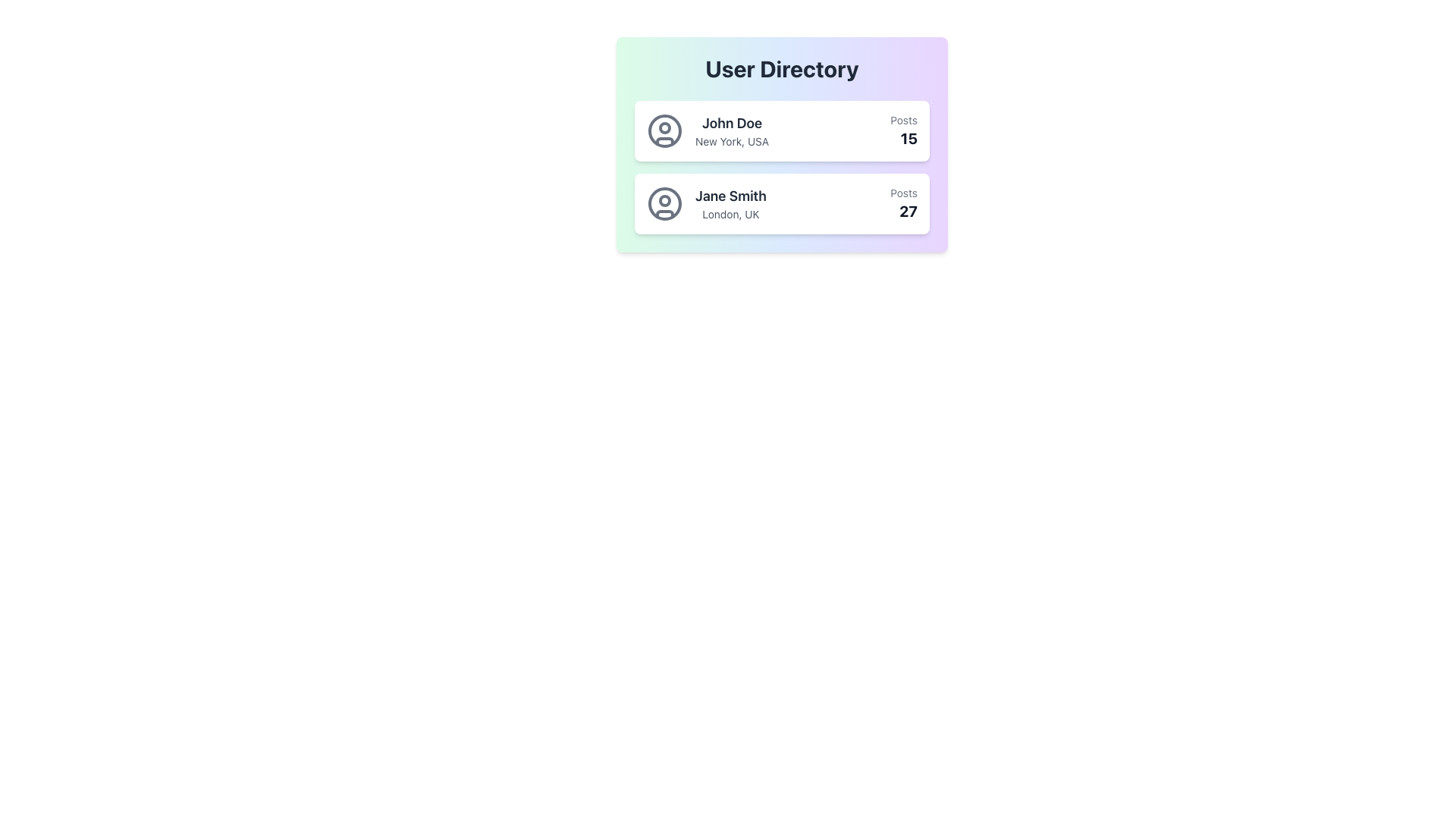 The height and width of the screenshot is (819, 1456). Describe the element at coordinates (904, 130) in the screenshot. I see `the static text display showing the number of posts for the user 'John Doe', located at the top right corner of the user card` at that location.